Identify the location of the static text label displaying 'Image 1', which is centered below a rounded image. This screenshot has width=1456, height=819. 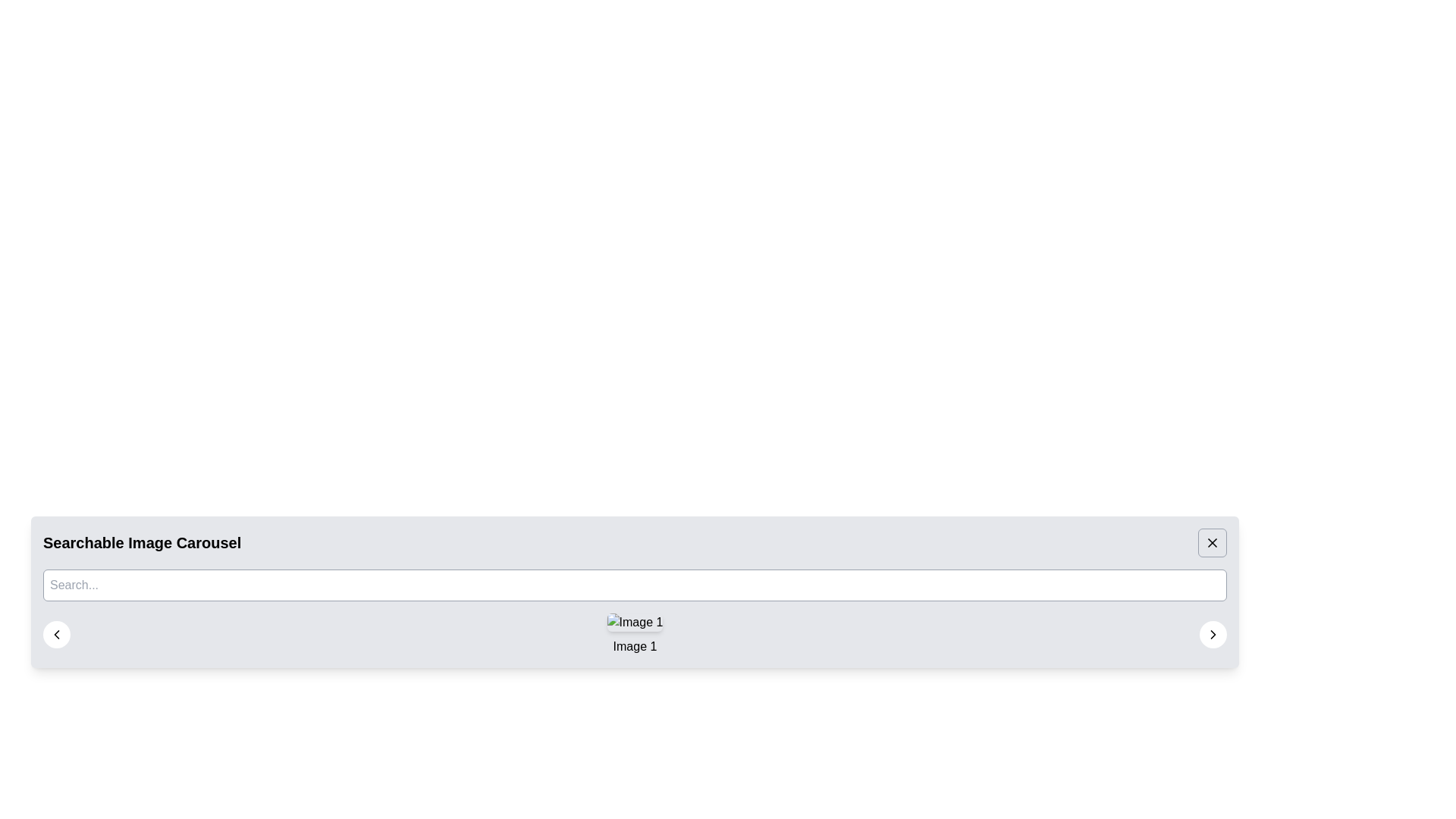
(635, 646).